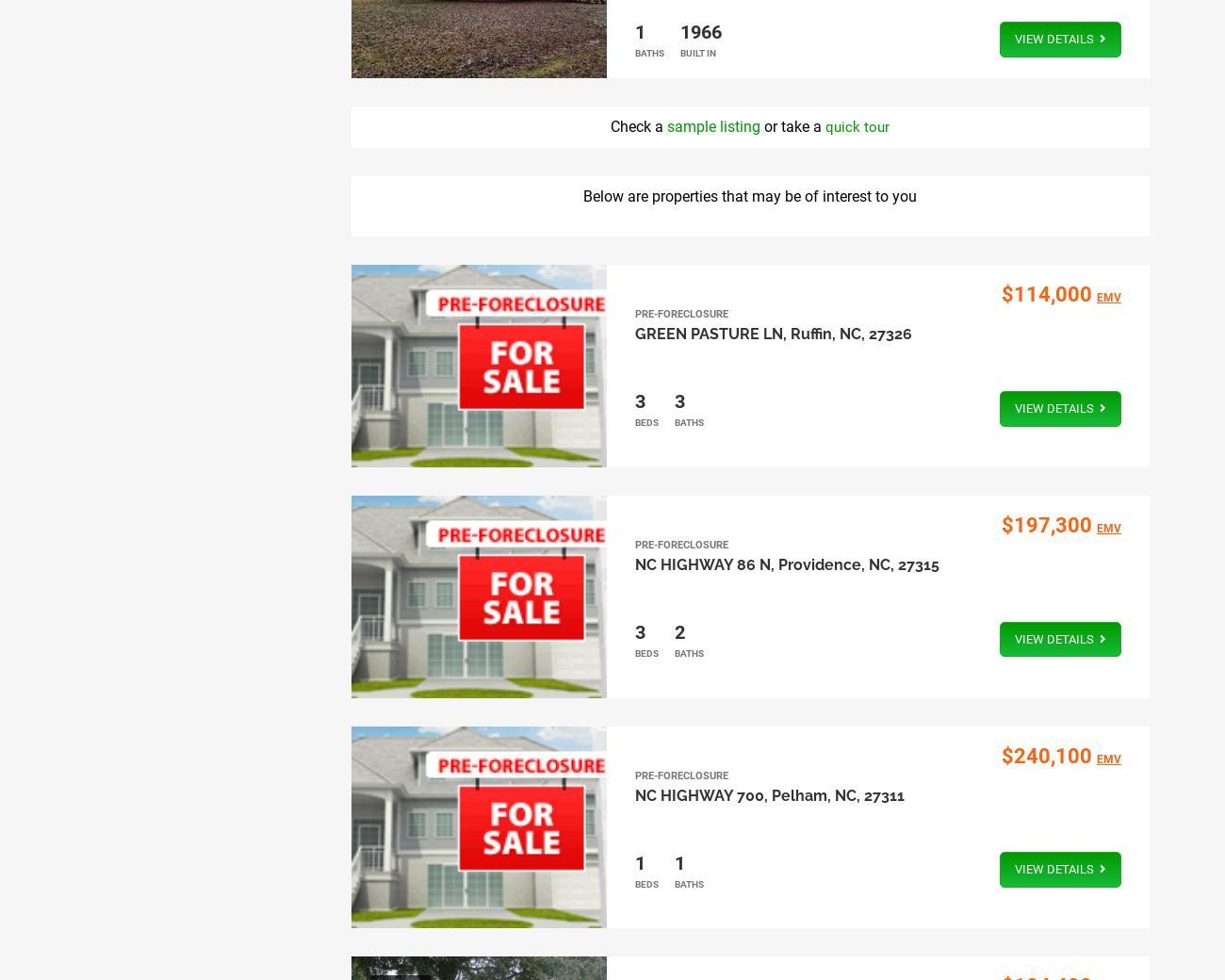 The height and width of the screenshot is (980, 1225). I want to click on '$114,000', so click(1044, 293).